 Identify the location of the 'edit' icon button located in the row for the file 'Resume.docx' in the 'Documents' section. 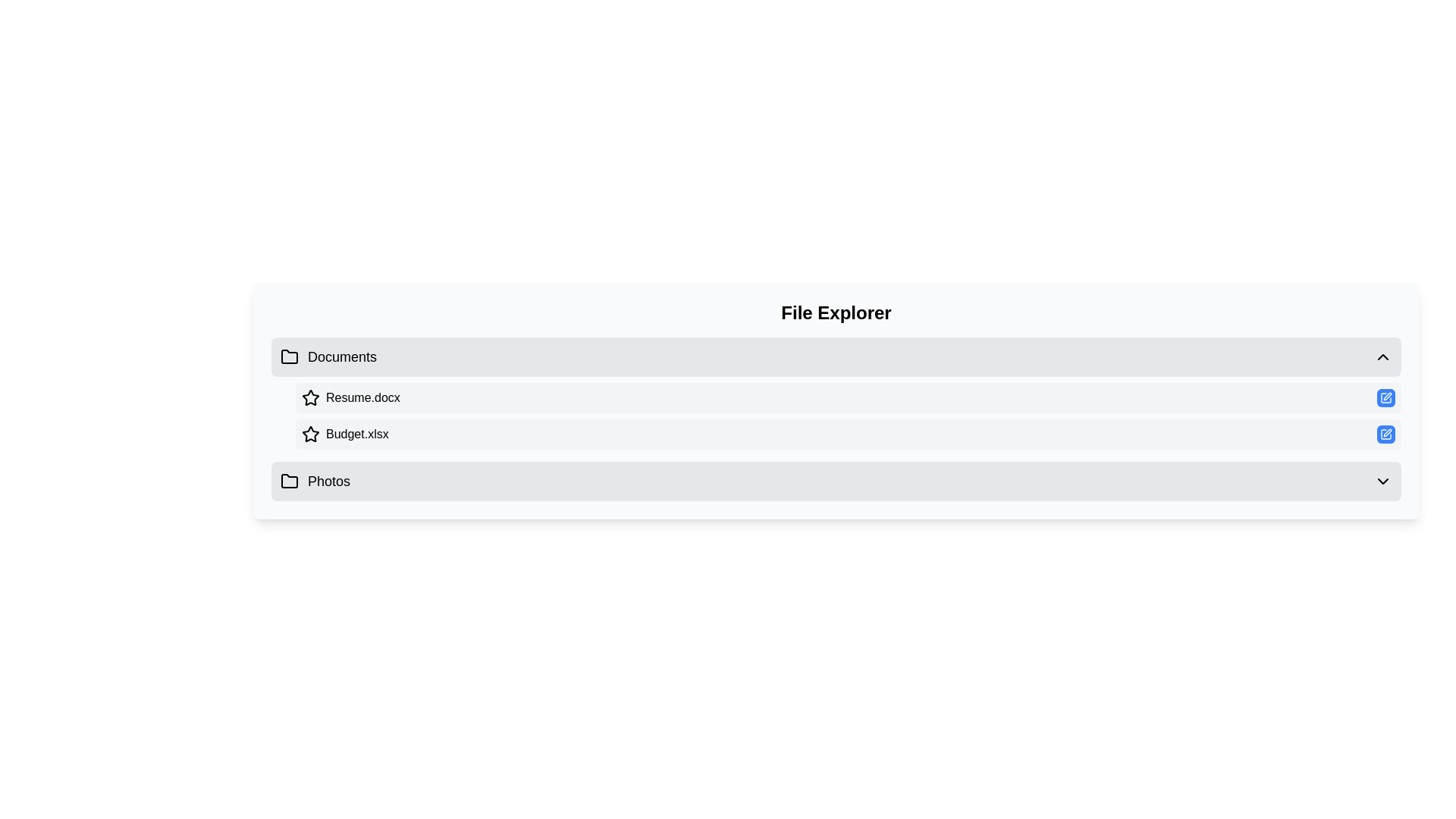
(1387, 396).